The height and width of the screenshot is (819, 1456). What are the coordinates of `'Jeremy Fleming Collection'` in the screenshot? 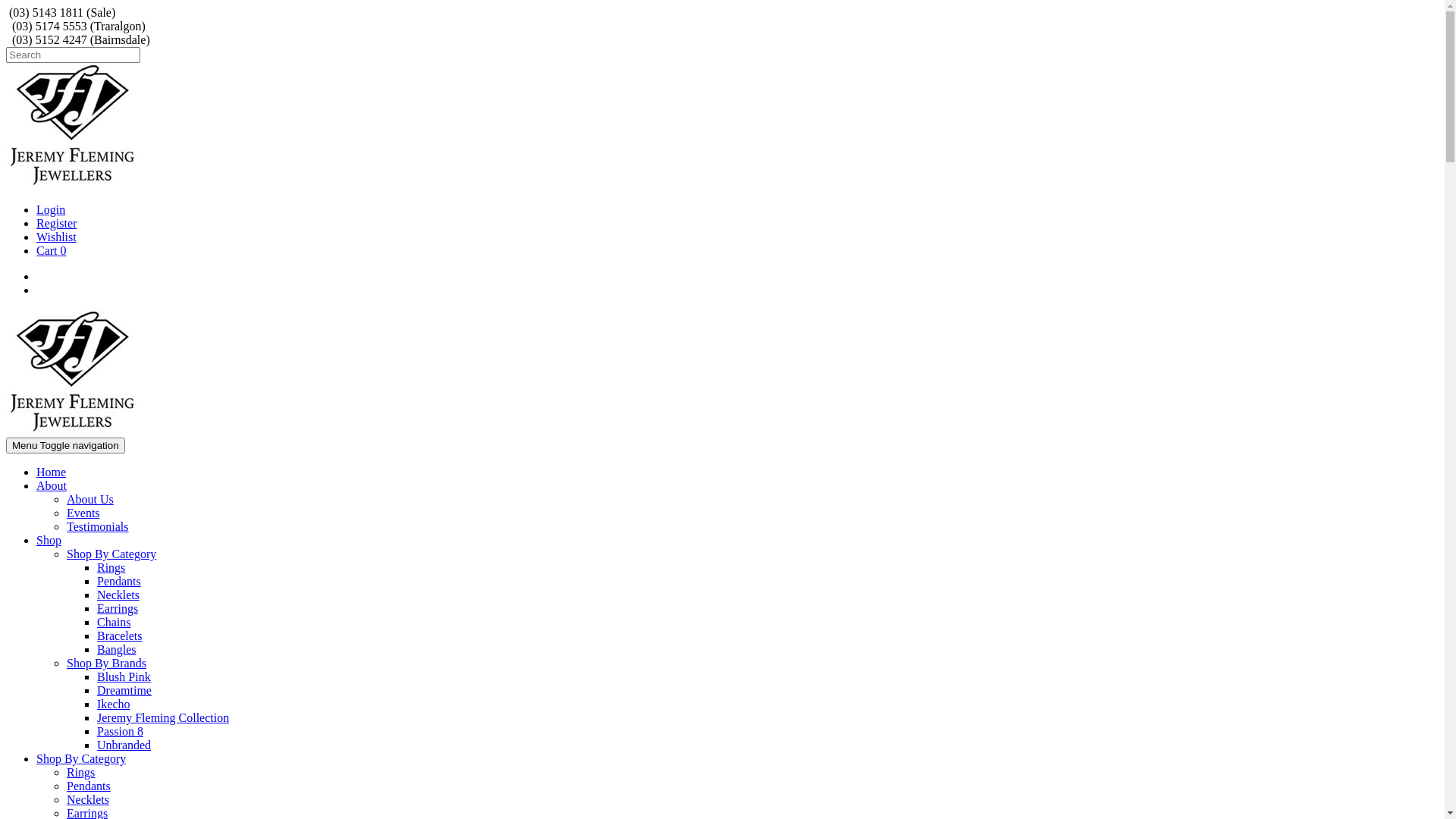 It's located at (163, 717).